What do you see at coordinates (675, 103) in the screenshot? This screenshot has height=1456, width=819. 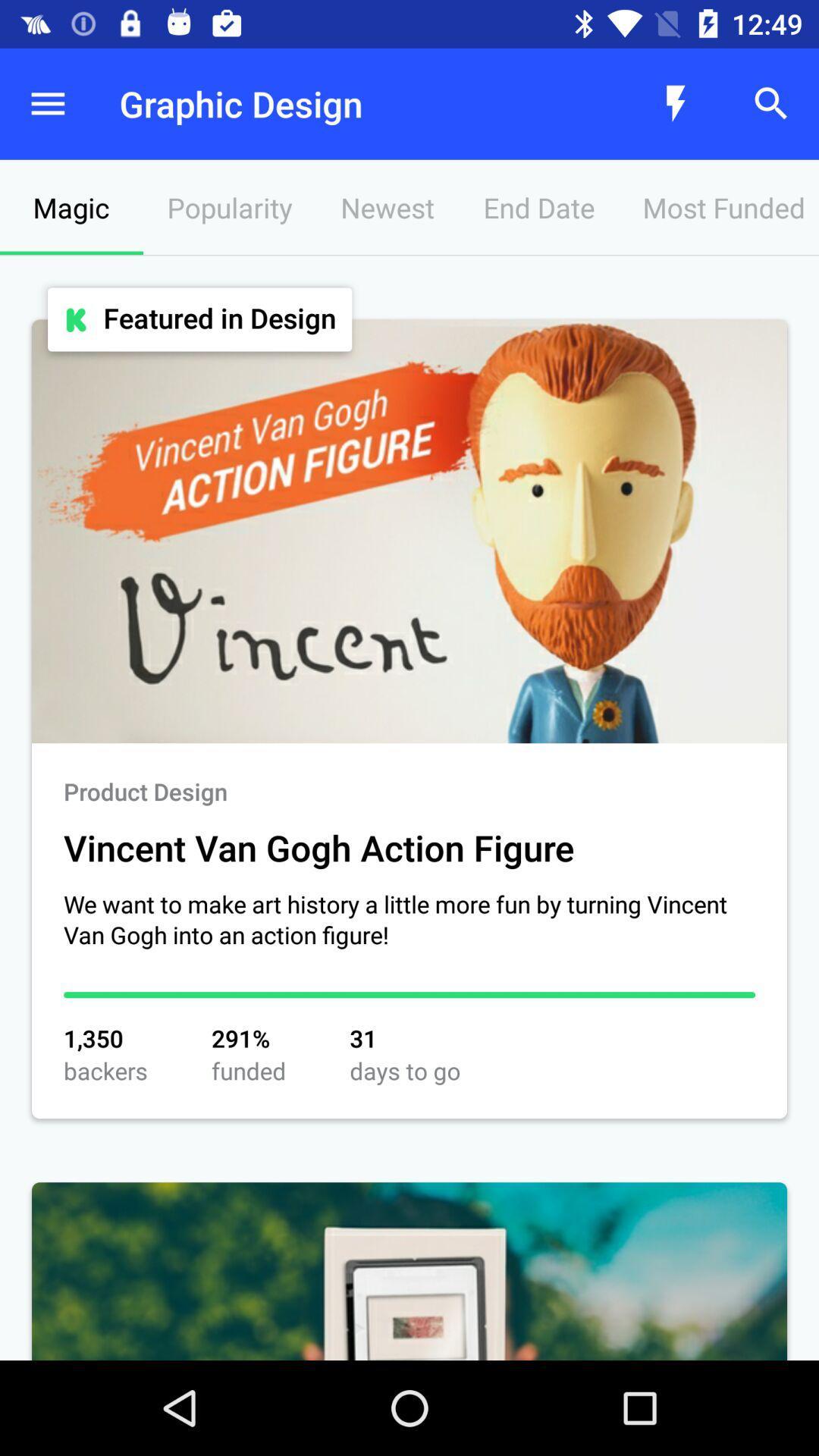 I see `item above most funded icon` at bounding box center [675, 103].